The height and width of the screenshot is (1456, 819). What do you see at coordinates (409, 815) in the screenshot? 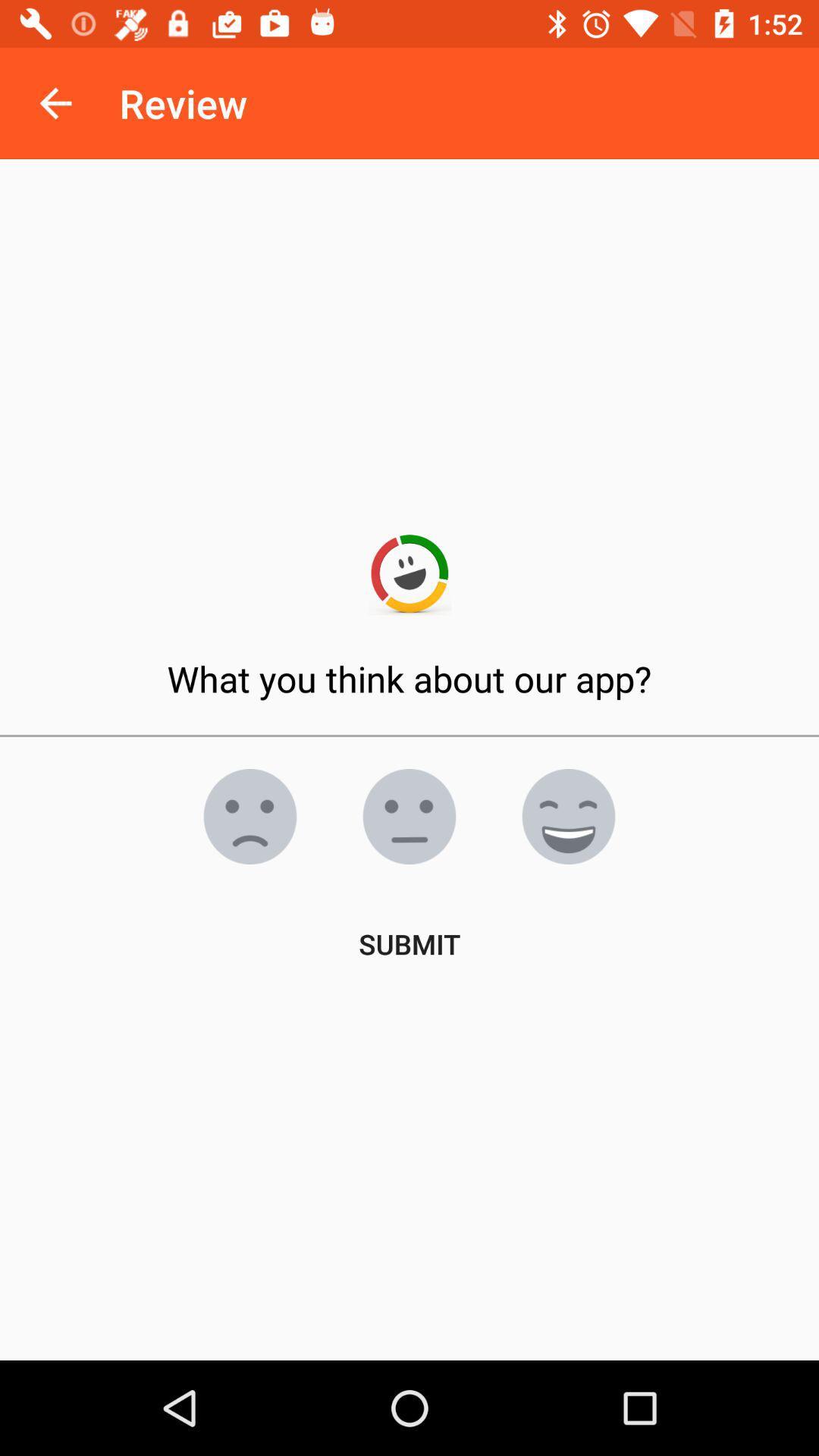
I see `pick neutral option` at bounding box center [409, 815].